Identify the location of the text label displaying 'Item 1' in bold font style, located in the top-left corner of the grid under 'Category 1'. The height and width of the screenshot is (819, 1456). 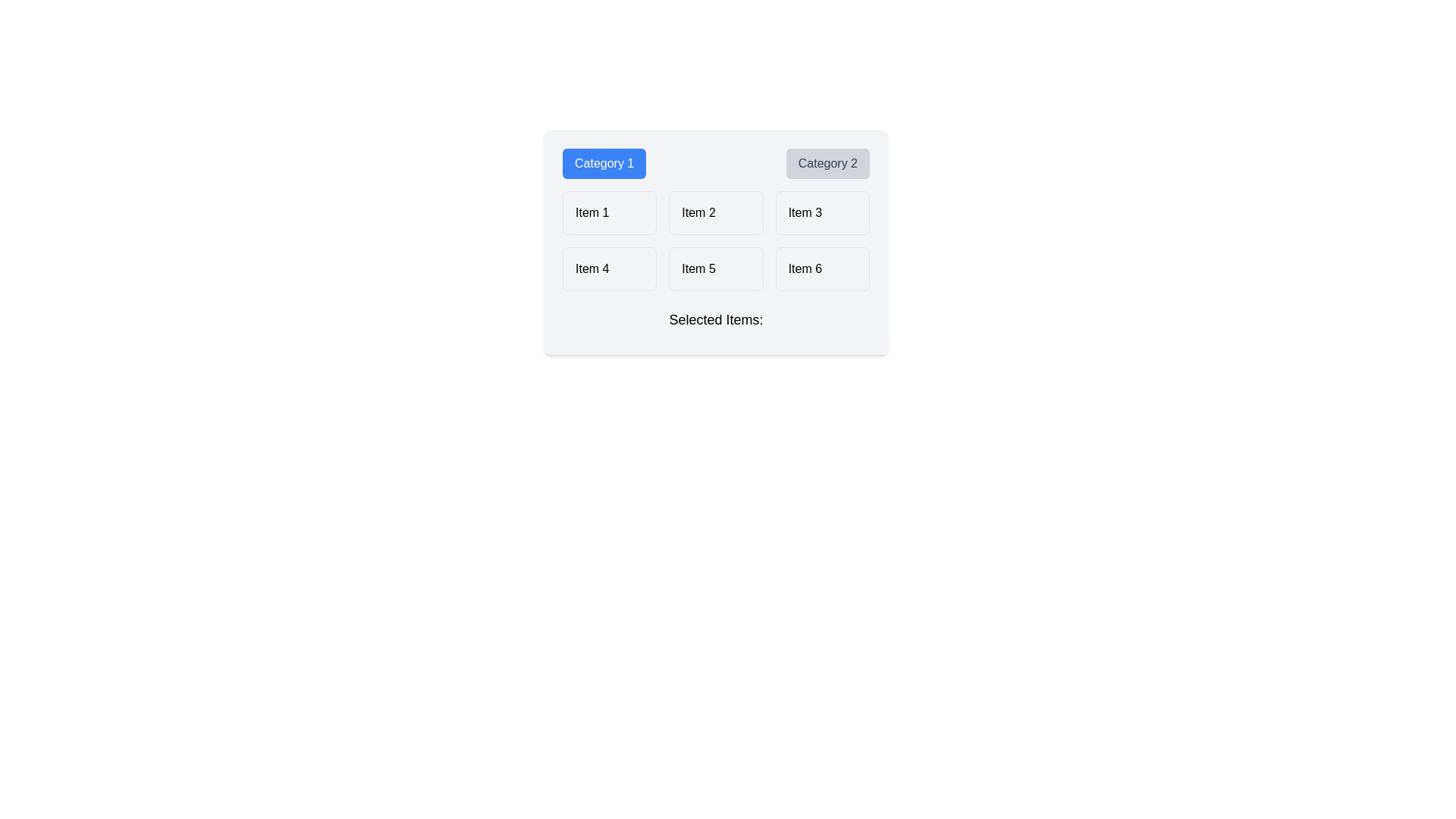
(591, 213).